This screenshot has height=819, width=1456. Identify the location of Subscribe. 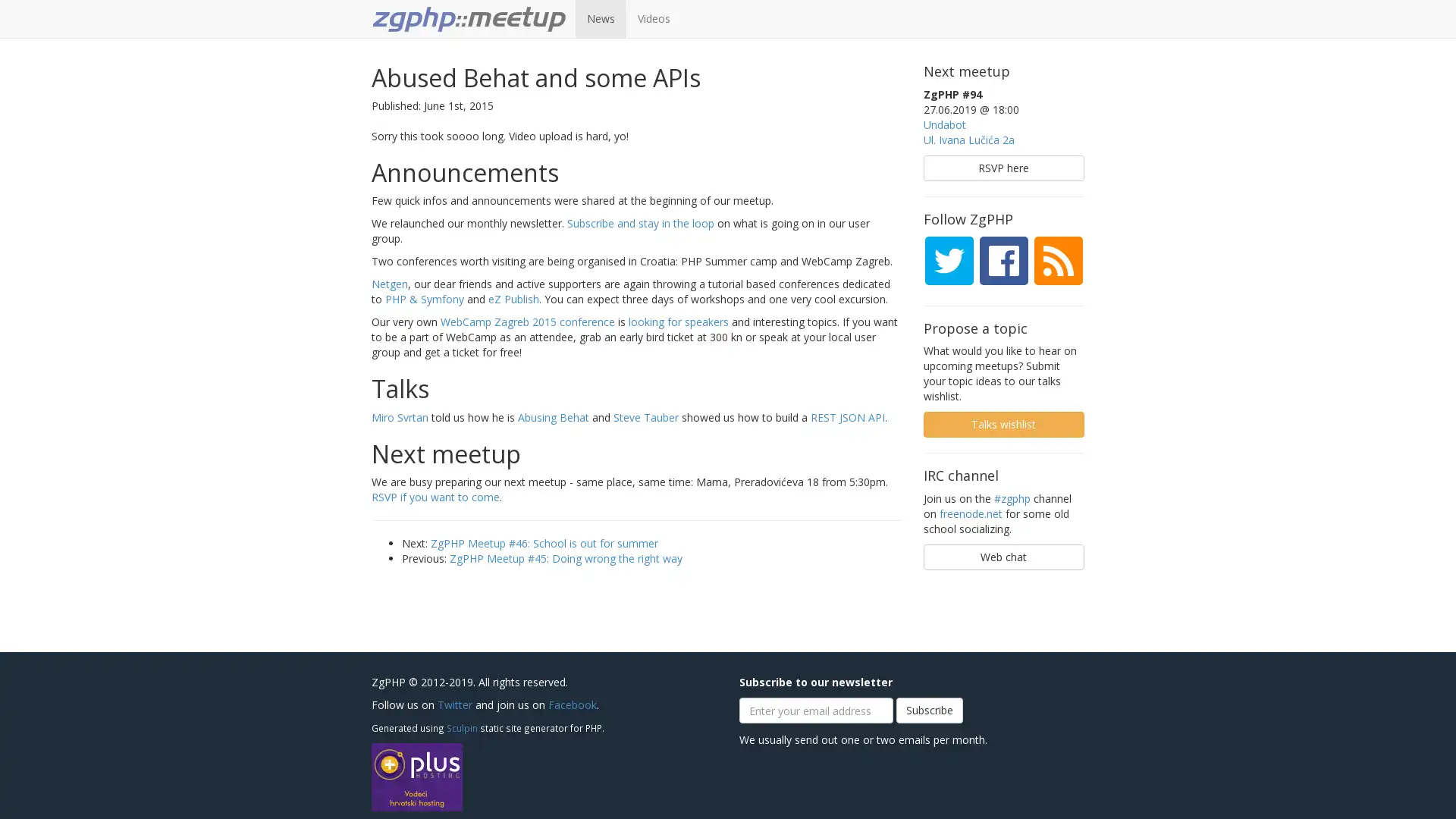
(928, 711).